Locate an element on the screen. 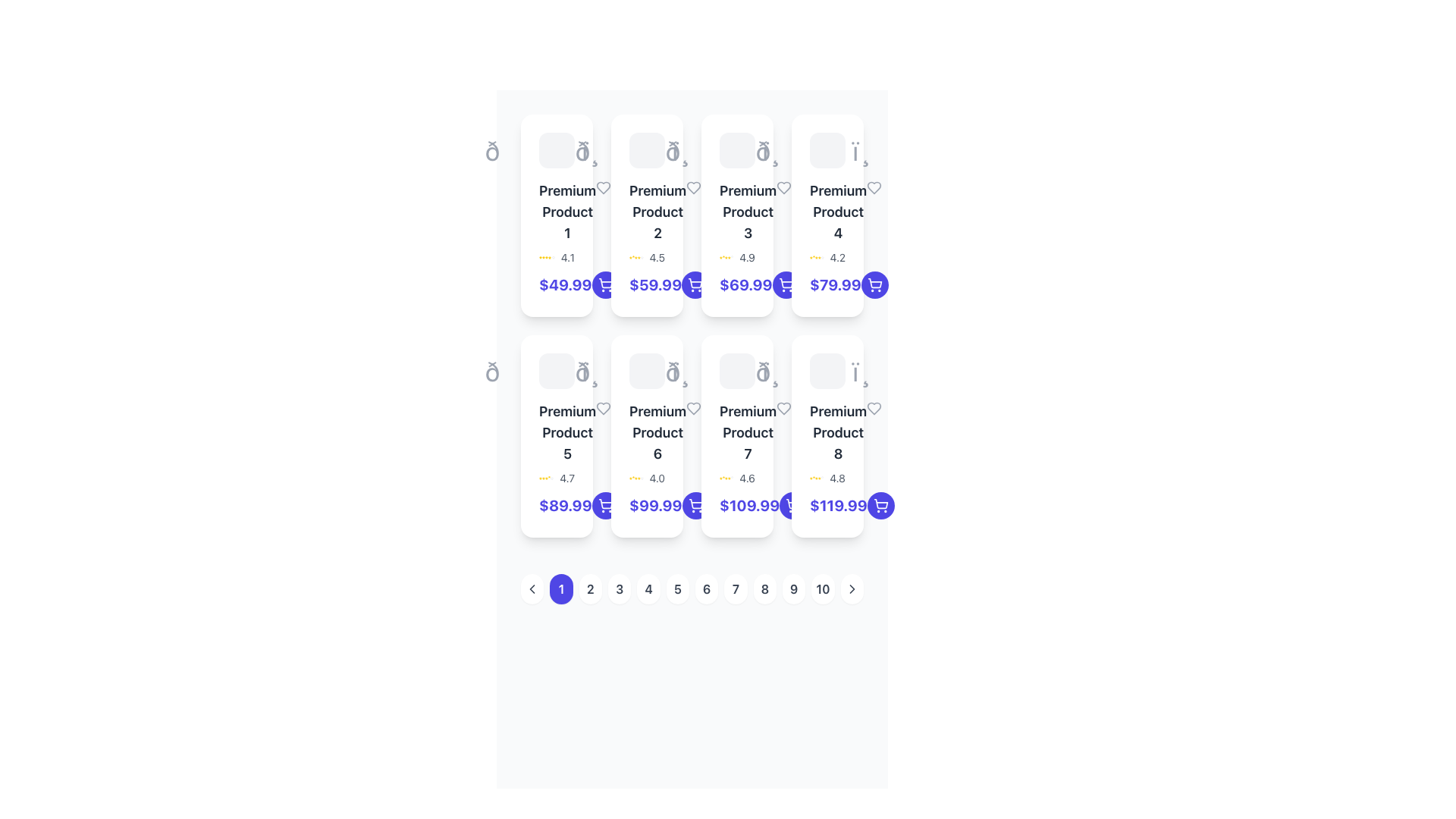  the heart-shaped icon with a hollow outline located at the top-right corner of the 'Premium Product 8' card is located at coordinates (874, 408).